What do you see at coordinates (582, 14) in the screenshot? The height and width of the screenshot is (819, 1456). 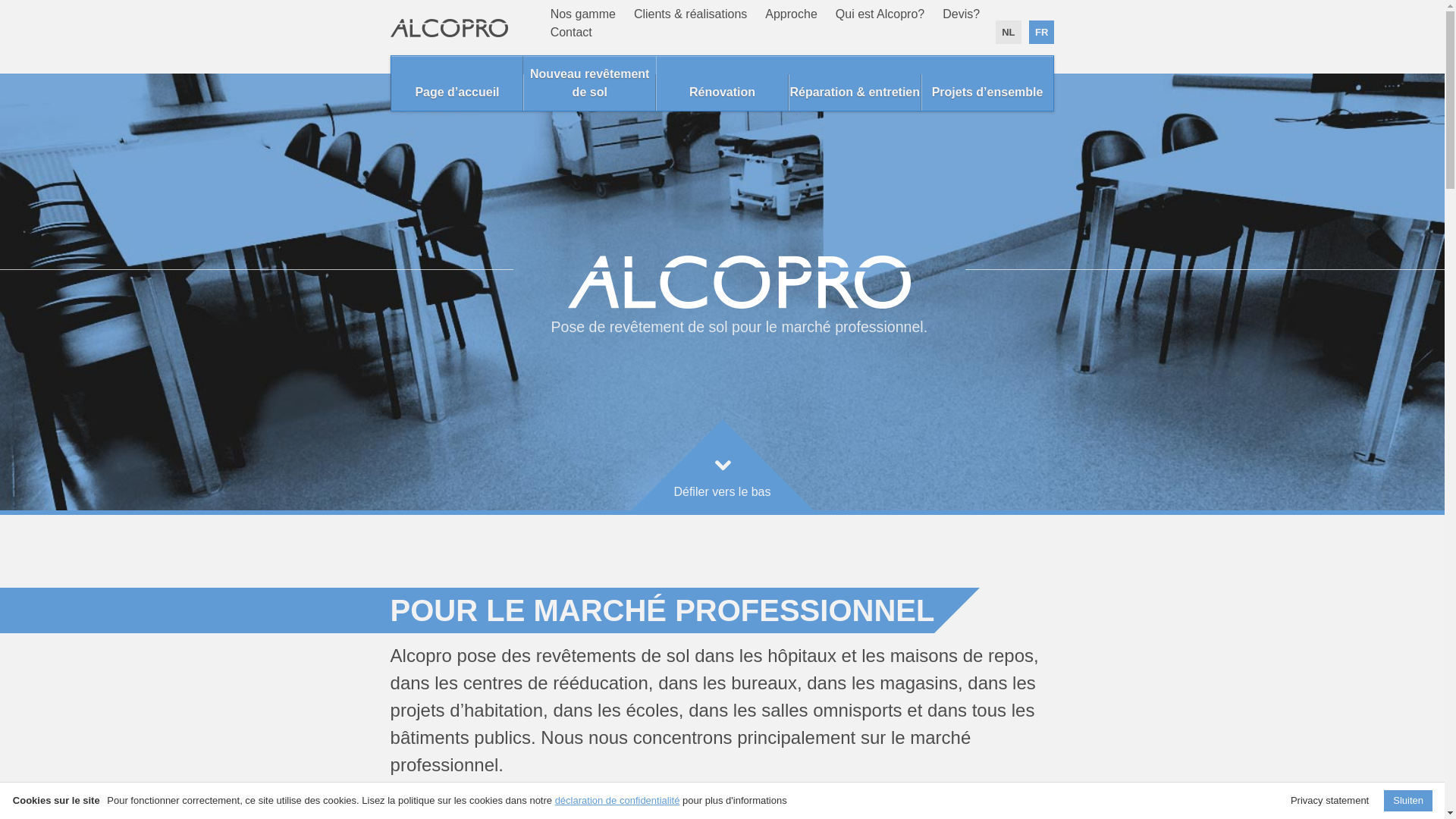 I see `'Nos gamme'` at bounding box center [582, 14].